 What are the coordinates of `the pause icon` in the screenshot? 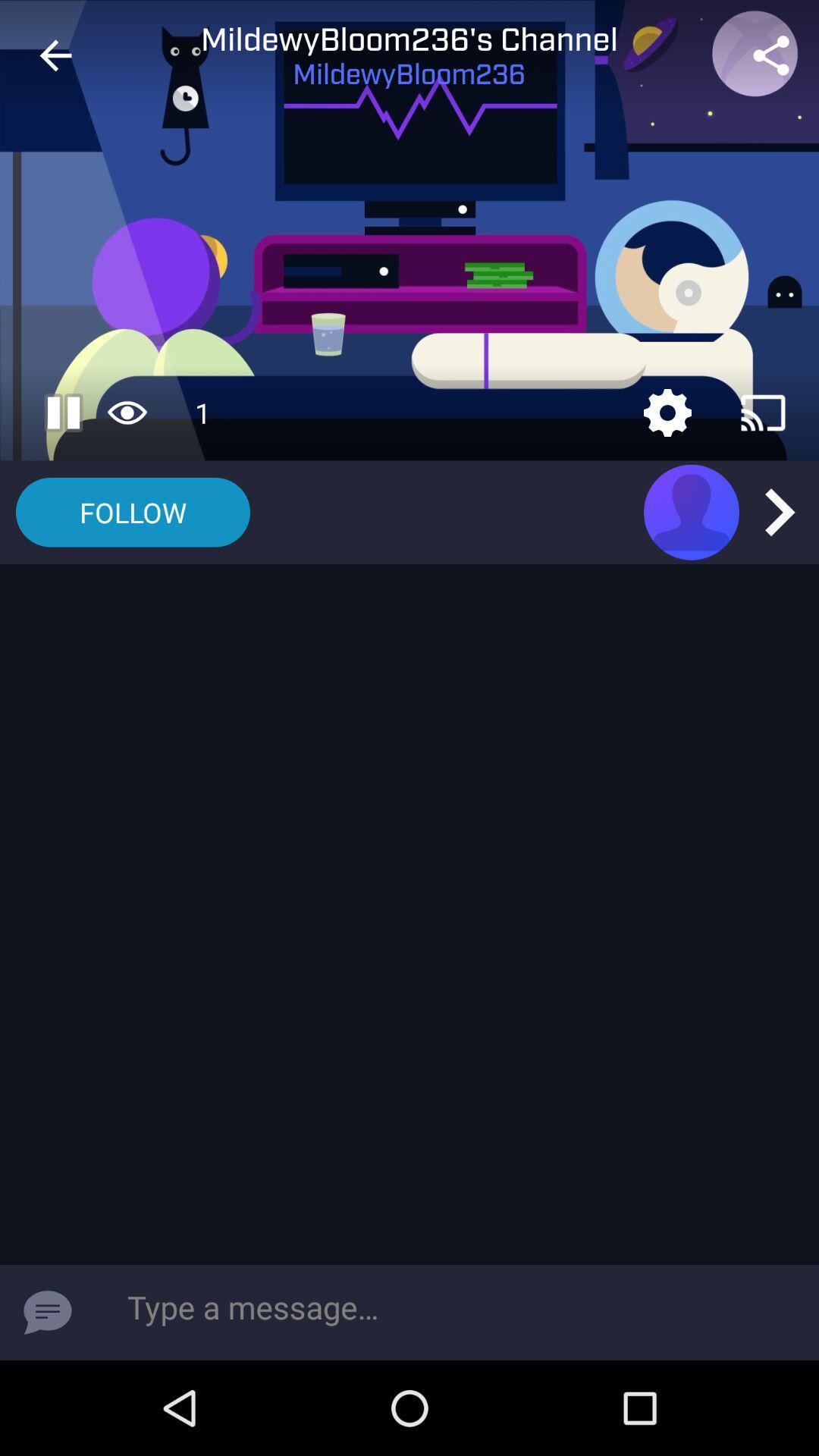 It's located at (69, 413).